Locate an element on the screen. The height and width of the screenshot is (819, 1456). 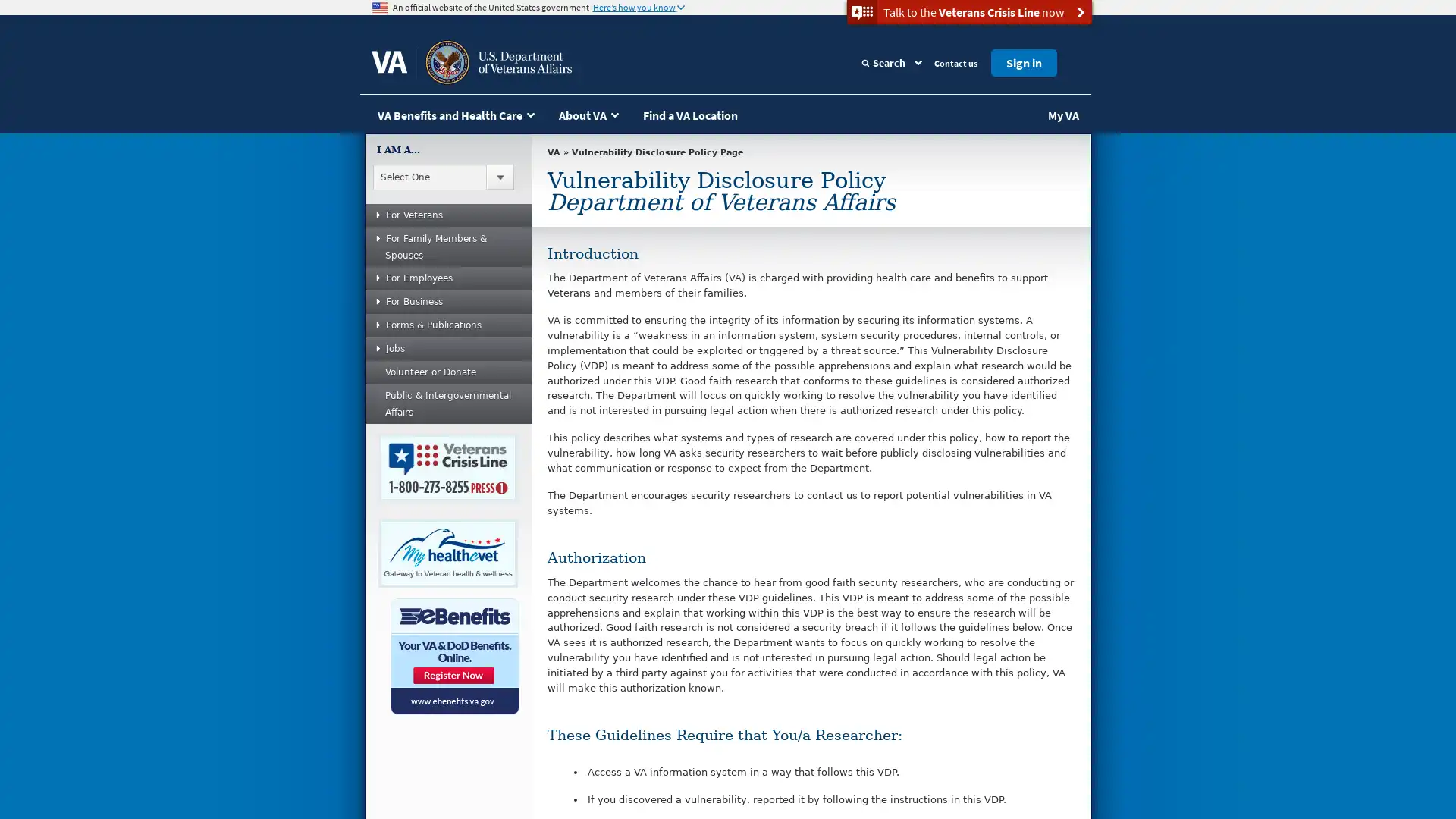
Sign in is located at coordinates (1024, 62).